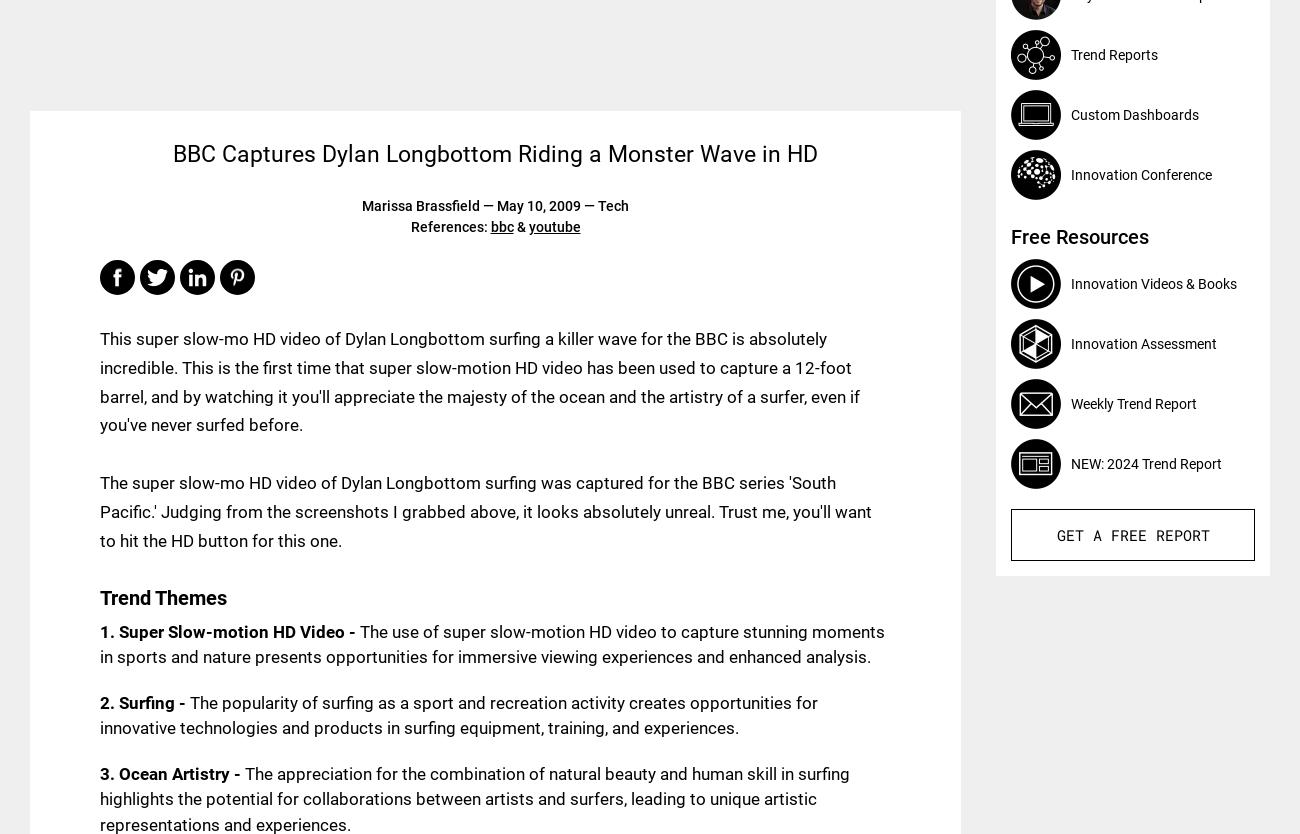  Describe the element at coordinates (1141, 174) in the screenshot. I see `'Innovation Conference'` at that location.